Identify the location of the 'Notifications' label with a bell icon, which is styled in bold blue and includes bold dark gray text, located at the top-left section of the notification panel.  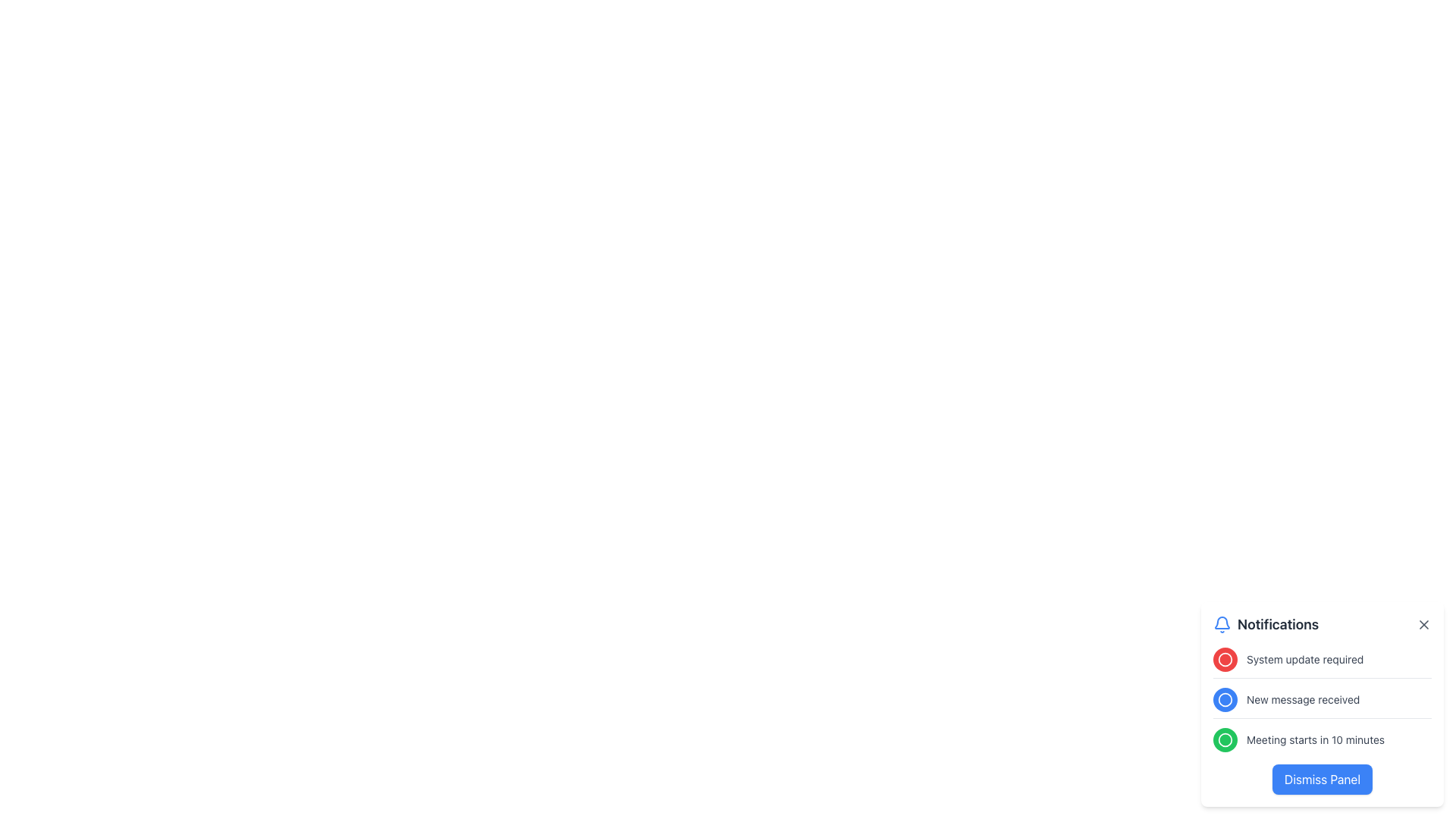
(1266, 625).